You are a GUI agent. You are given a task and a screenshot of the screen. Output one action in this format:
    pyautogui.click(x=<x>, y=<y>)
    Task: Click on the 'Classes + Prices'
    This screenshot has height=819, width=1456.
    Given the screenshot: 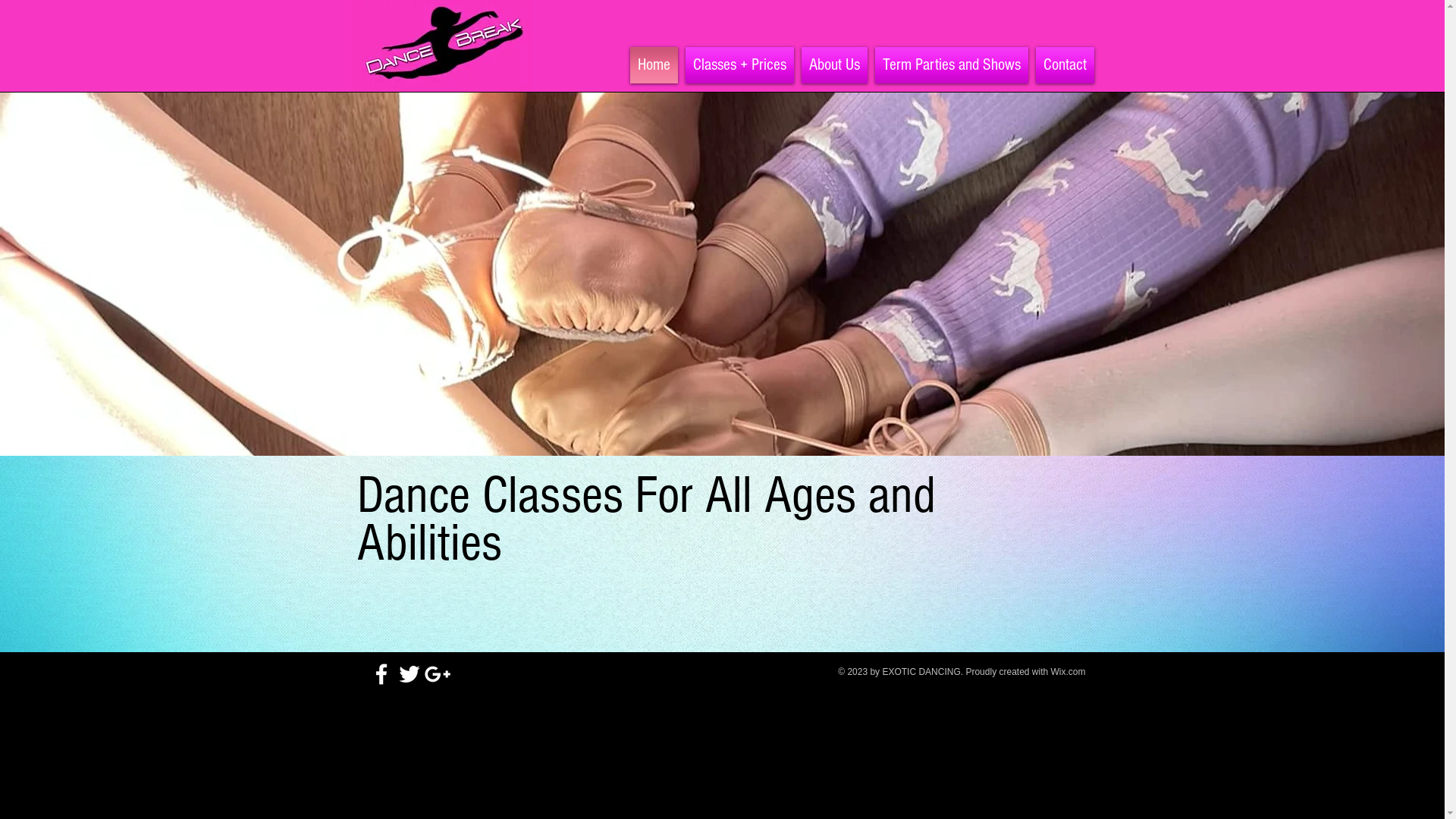 What is the action you would take?
    pyautogui.click(x=679, y=64)
    